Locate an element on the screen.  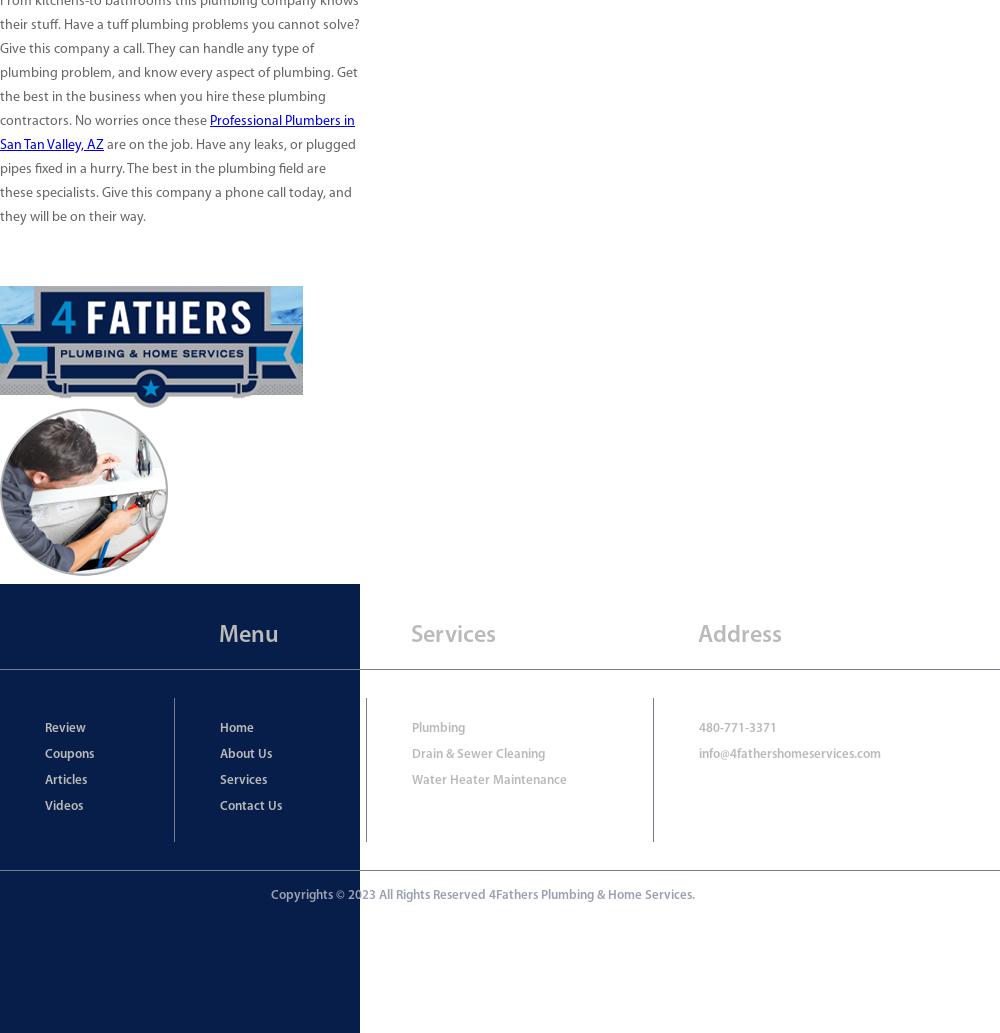
'Water Heater Maintenance' is located at coordinates (487, 780).